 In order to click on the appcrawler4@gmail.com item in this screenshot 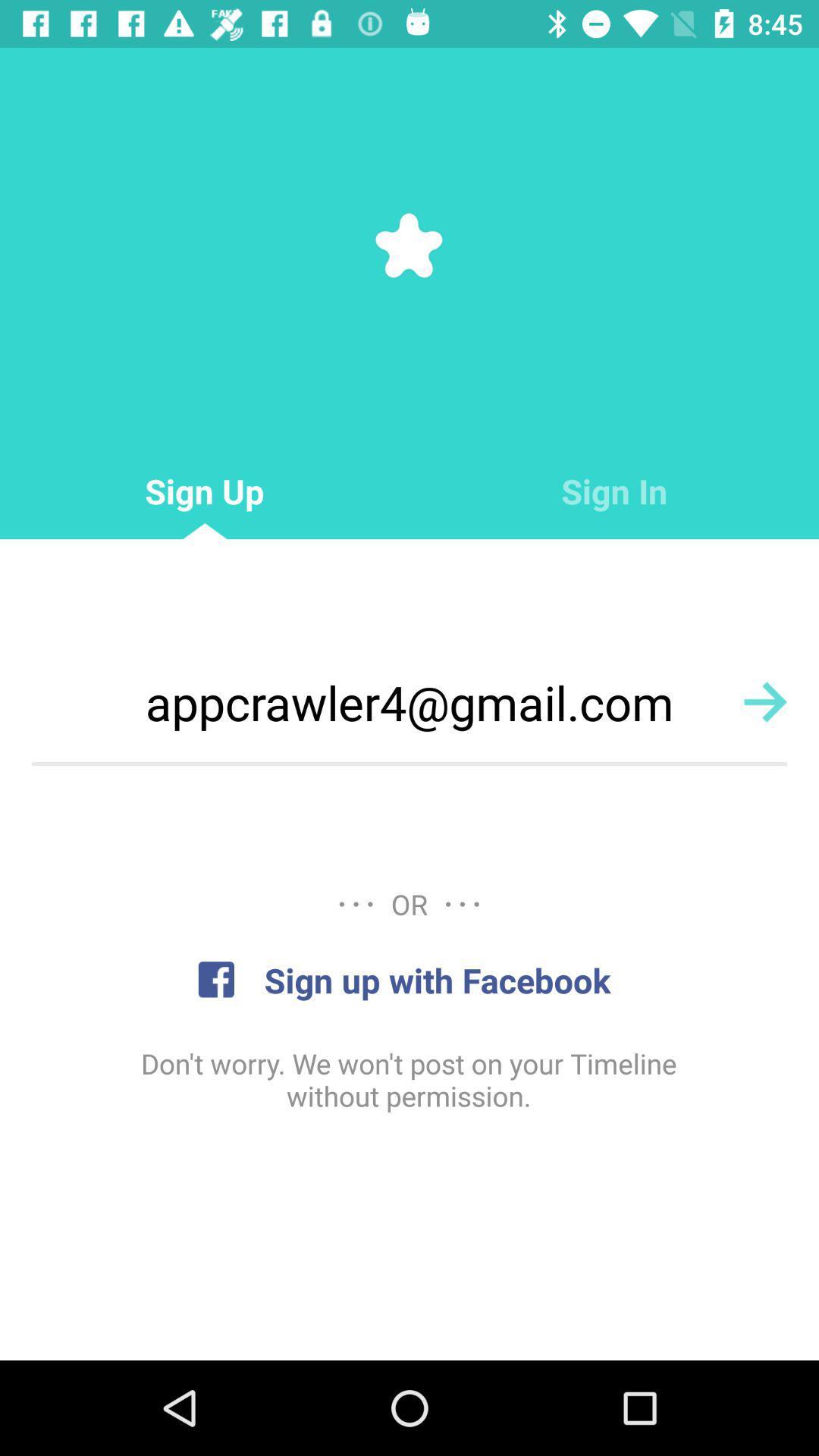, I will do `click(409, 701)`.